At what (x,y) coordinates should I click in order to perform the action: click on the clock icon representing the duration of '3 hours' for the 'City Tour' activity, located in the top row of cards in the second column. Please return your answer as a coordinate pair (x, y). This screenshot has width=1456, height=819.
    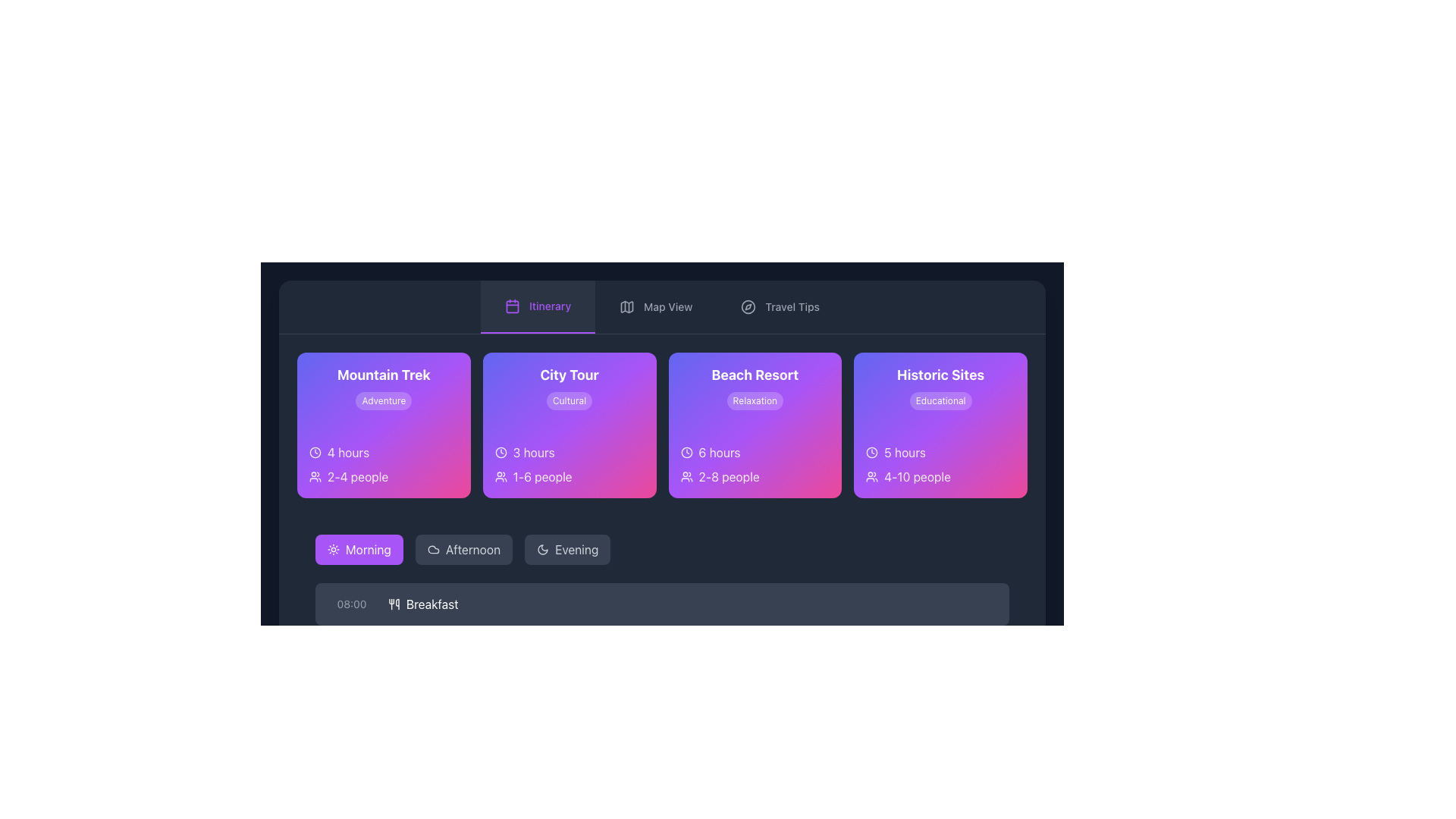
    Looking at the image, I should click on (500, 452).